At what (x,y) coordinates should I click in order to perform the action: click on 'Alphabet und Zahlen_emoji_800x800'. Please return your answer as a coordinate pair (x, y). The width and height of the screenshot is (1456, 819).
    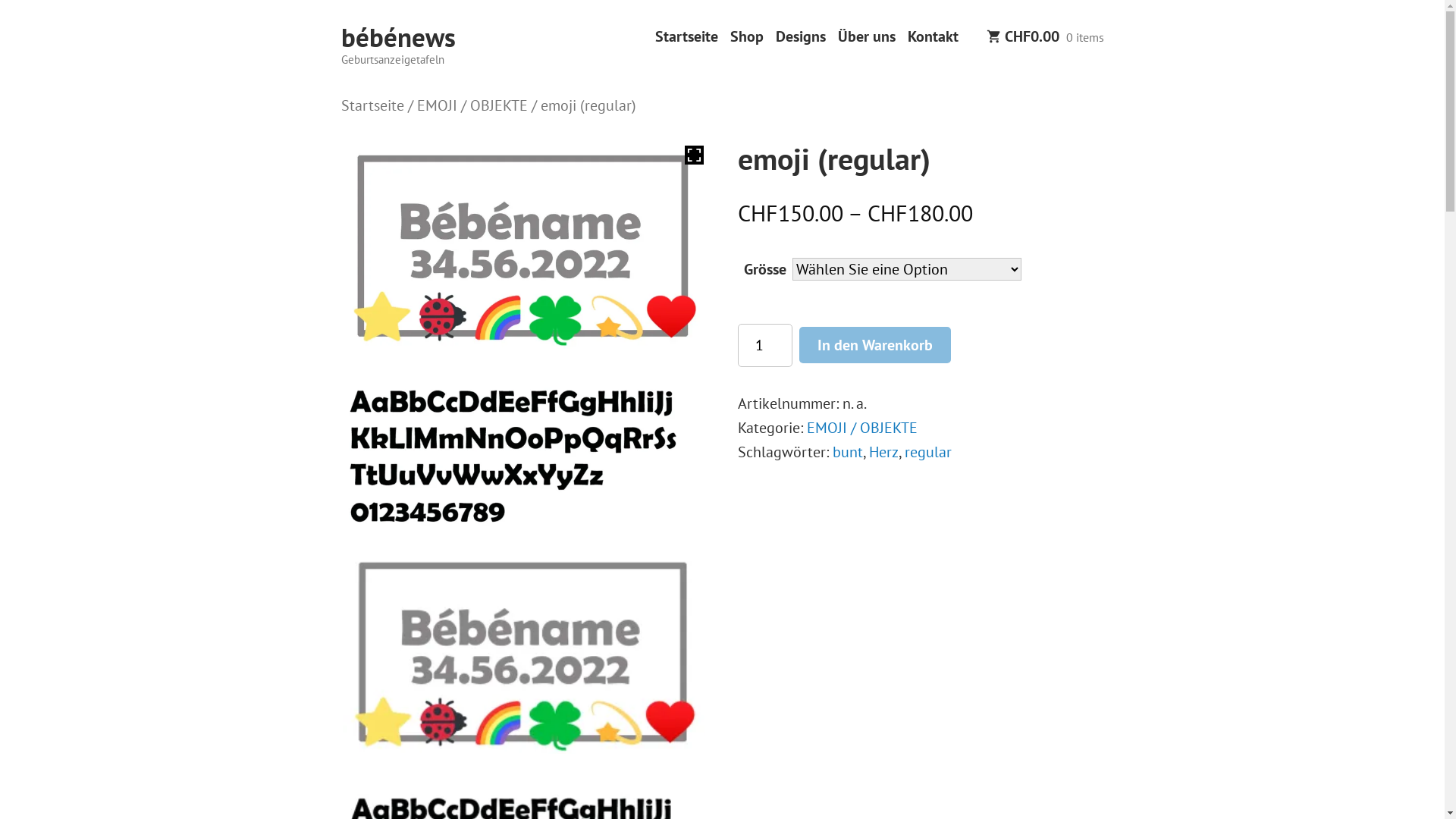
    Looking at the image, I should click on (524, 447).